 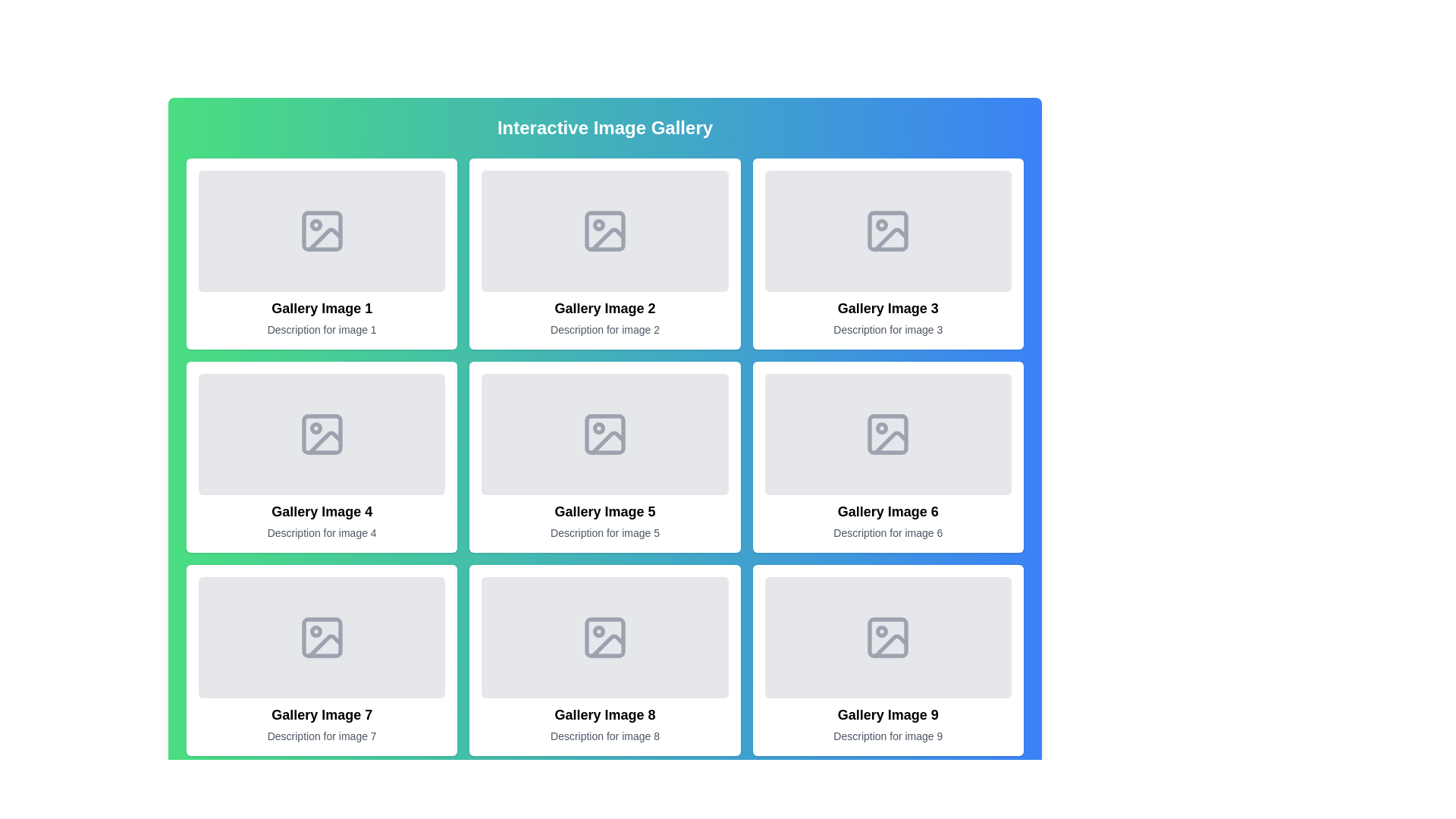 I want to click on the image placeholder with a light gray background and an icon indicating the absence of an image, so click(x=604, y=435).